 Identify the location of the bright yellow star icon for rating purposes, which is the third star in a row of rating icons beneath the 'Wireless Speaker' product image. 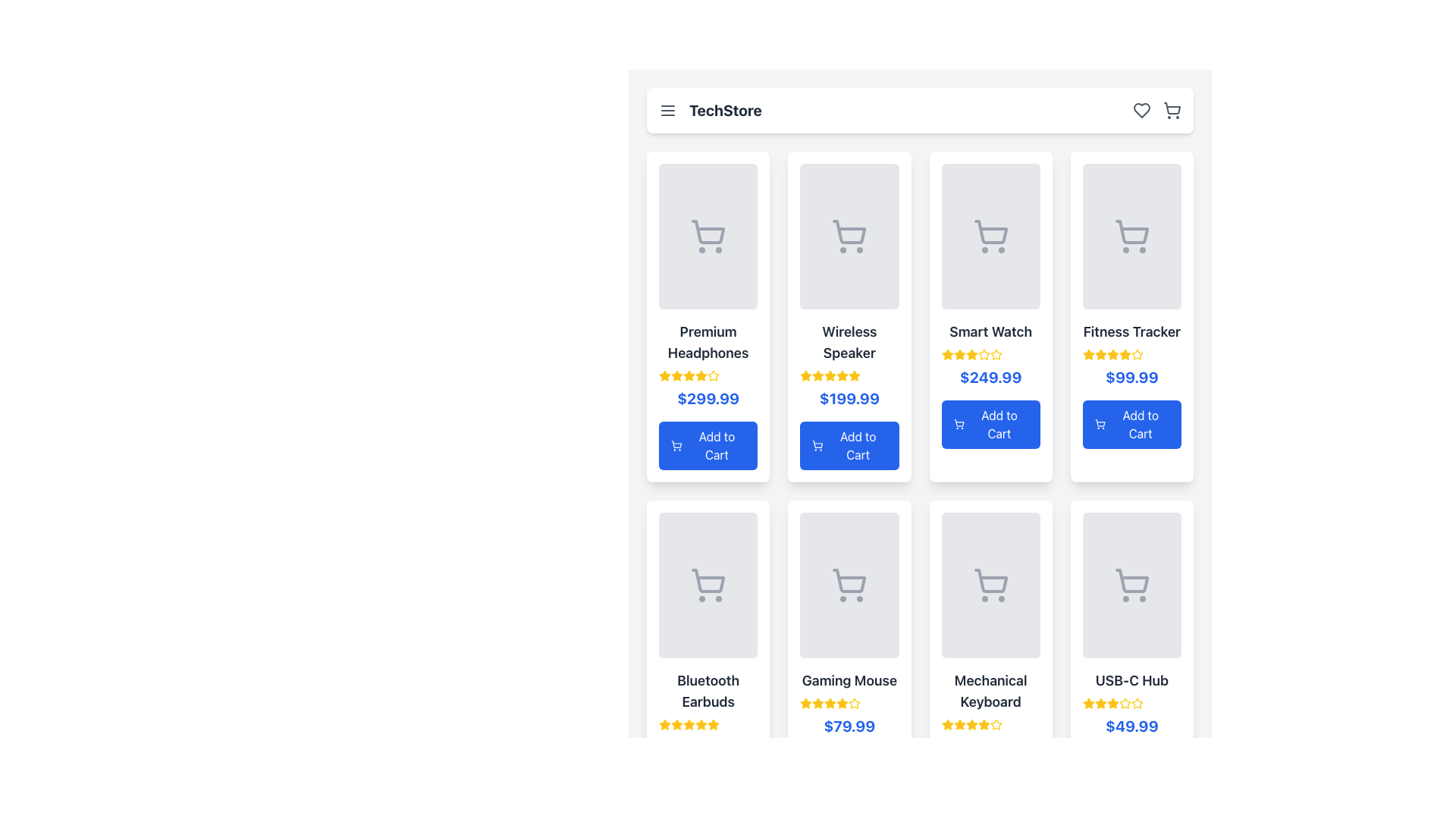
(817, 375).